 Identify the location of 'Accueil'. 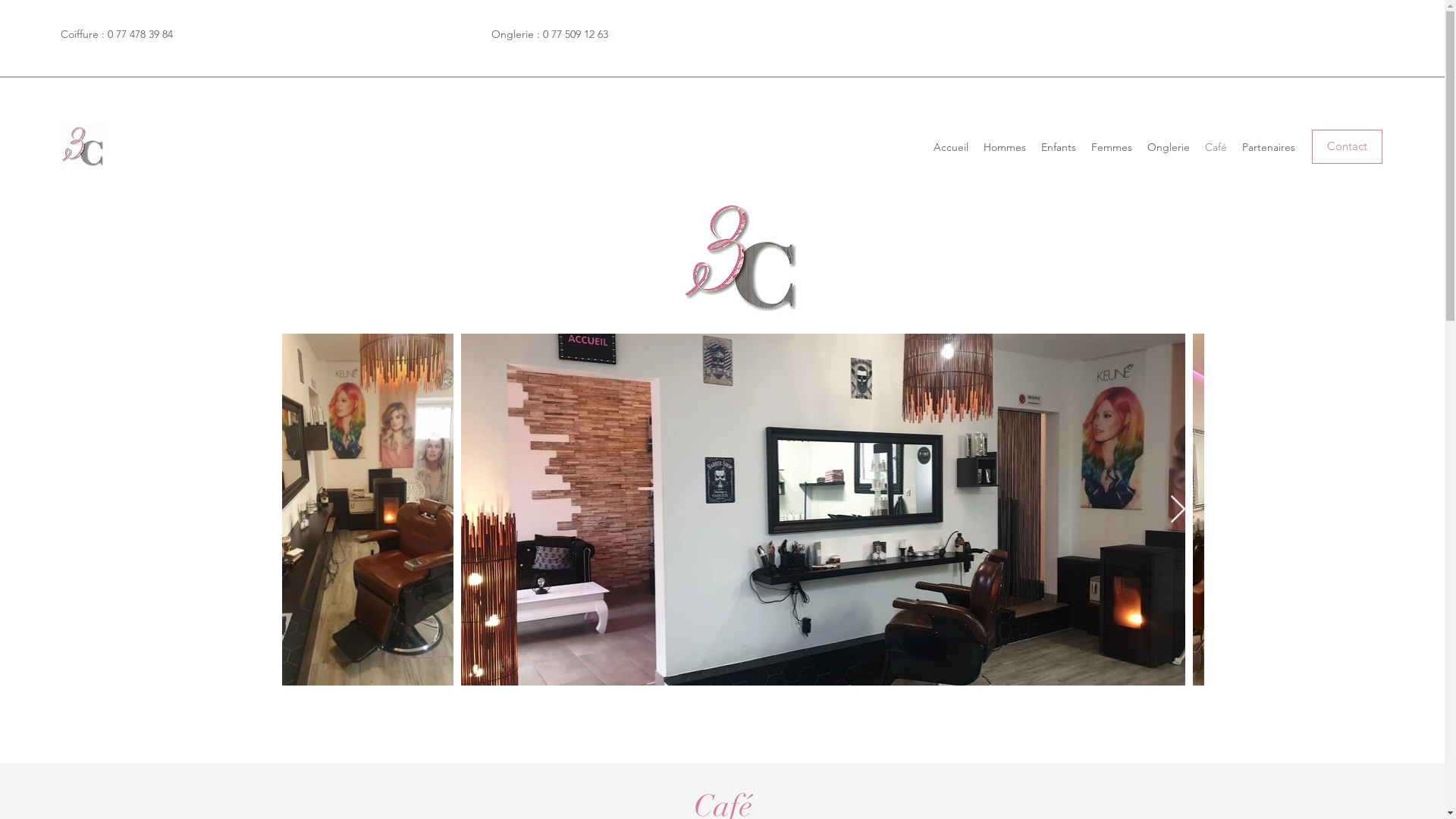
(949, 146).